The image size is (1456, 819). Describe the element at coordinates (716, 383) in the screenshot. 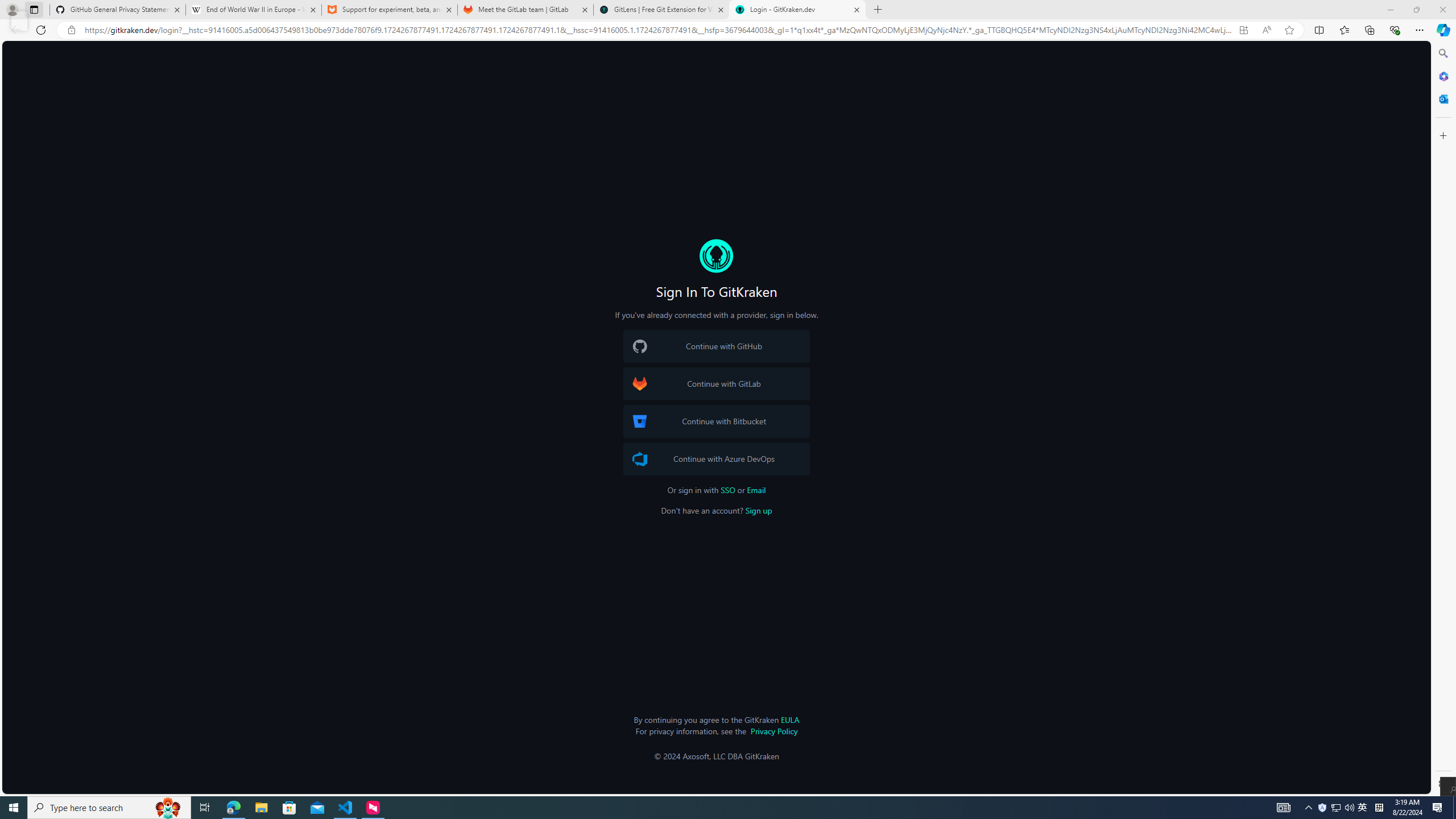

I see `'GitLab Logo Continue with GitLab'` at that location.